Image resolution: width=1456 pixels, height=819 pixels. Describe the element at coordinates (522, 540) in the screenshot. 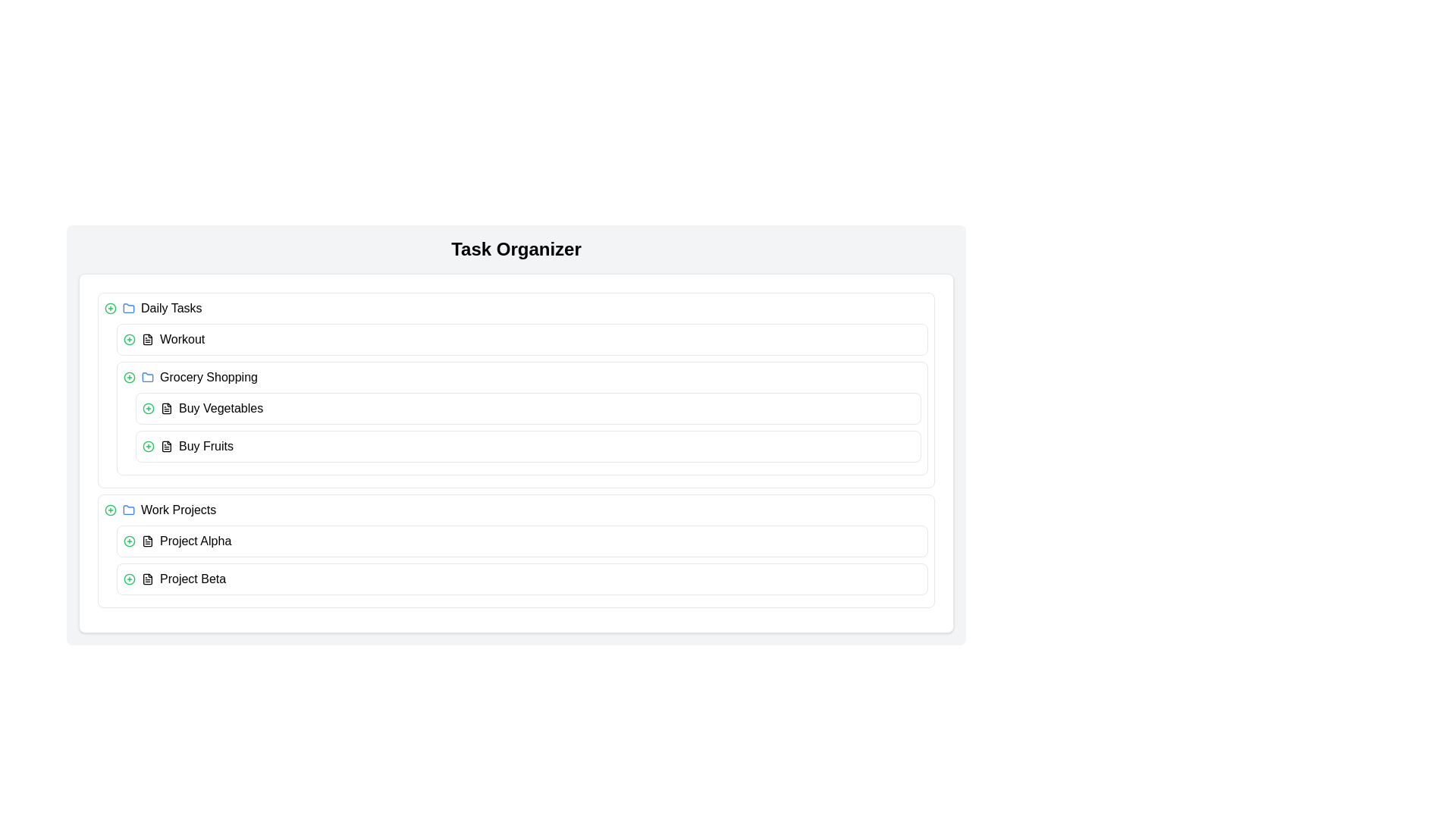

I see `the 'Project Alpha' entry in the 'Work Projects' section, which is the first item in the list` at that location.